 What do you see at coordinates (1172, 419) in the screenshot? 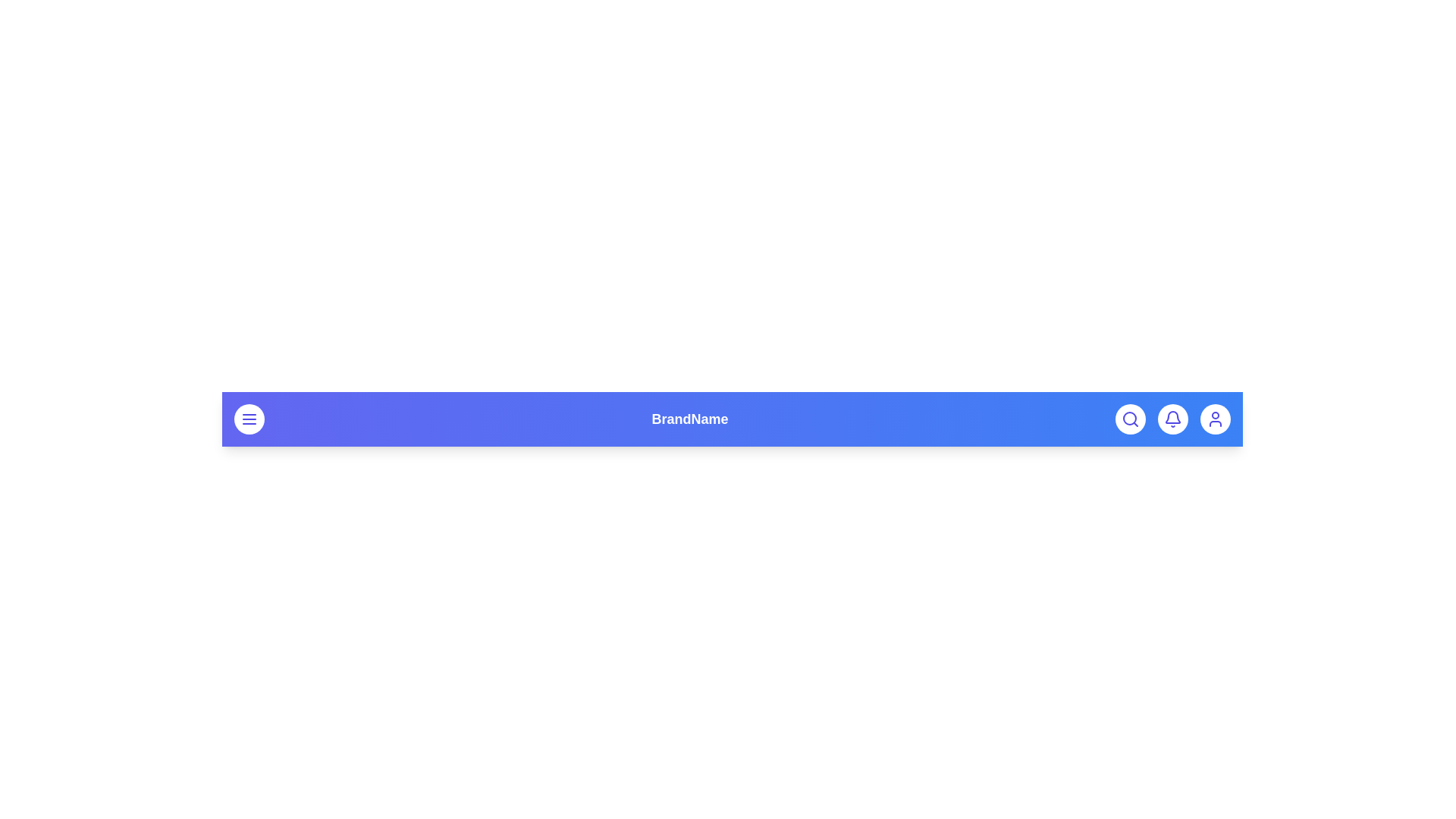
I see `the bell button to trigger a notification-related action` at bounding box center [1172, 419].